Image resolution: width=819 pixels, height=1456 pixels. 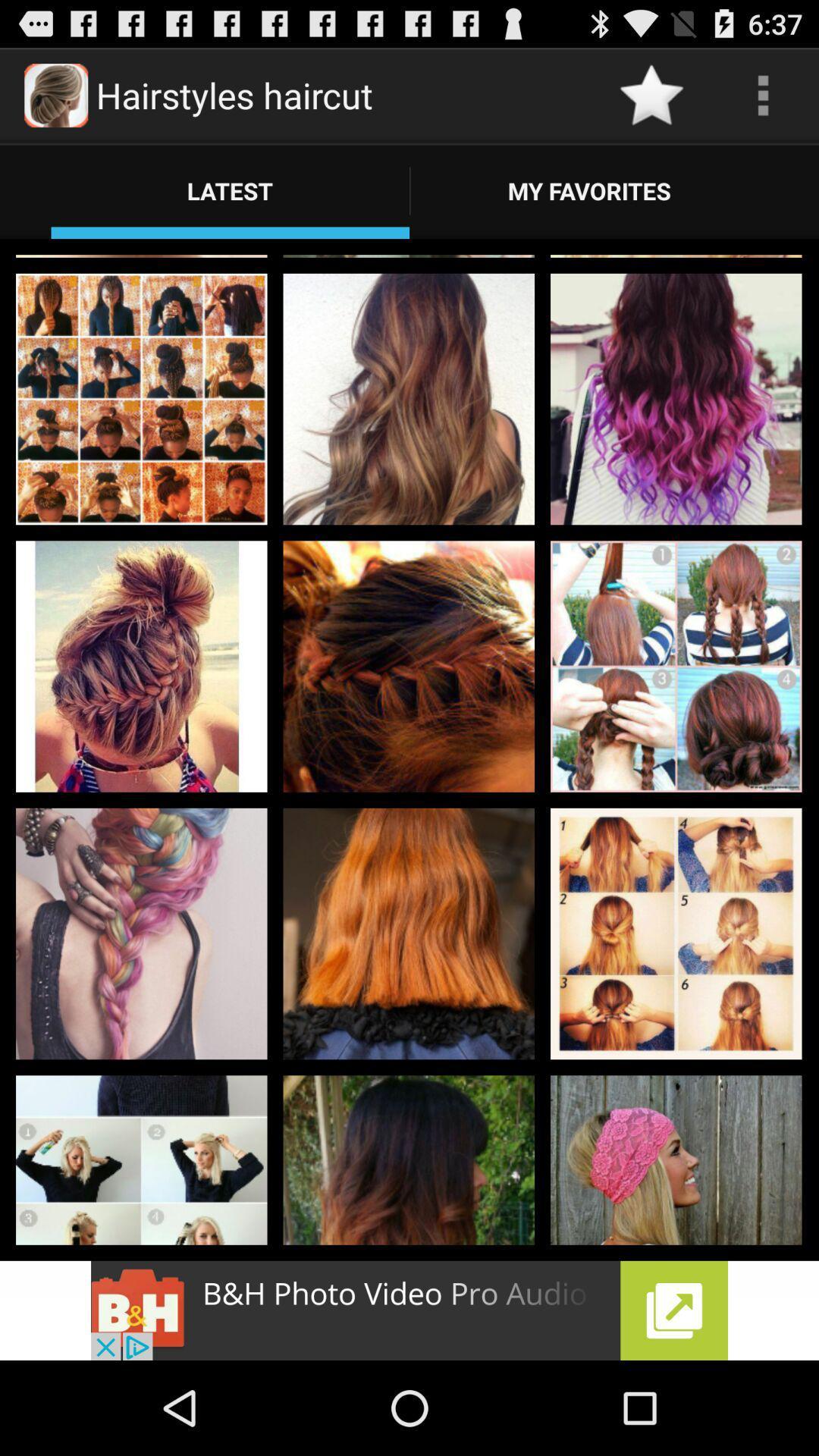 I want to click on for setting, so click(x=763, y=94).